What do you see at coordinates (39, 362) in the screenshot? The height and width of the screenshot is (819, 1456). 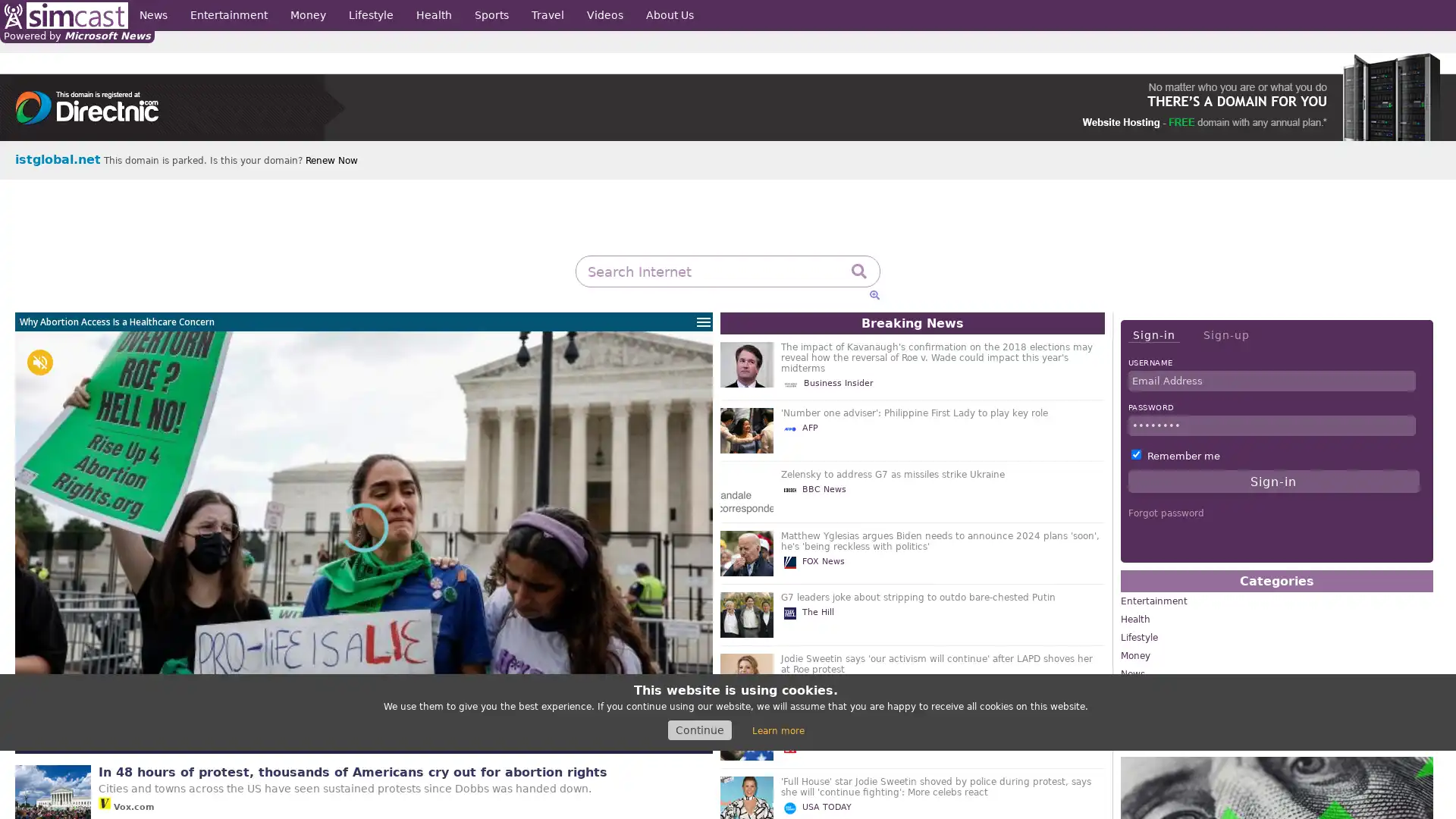 I see `volume_offvolume_up` at bounding box center [39, 362].